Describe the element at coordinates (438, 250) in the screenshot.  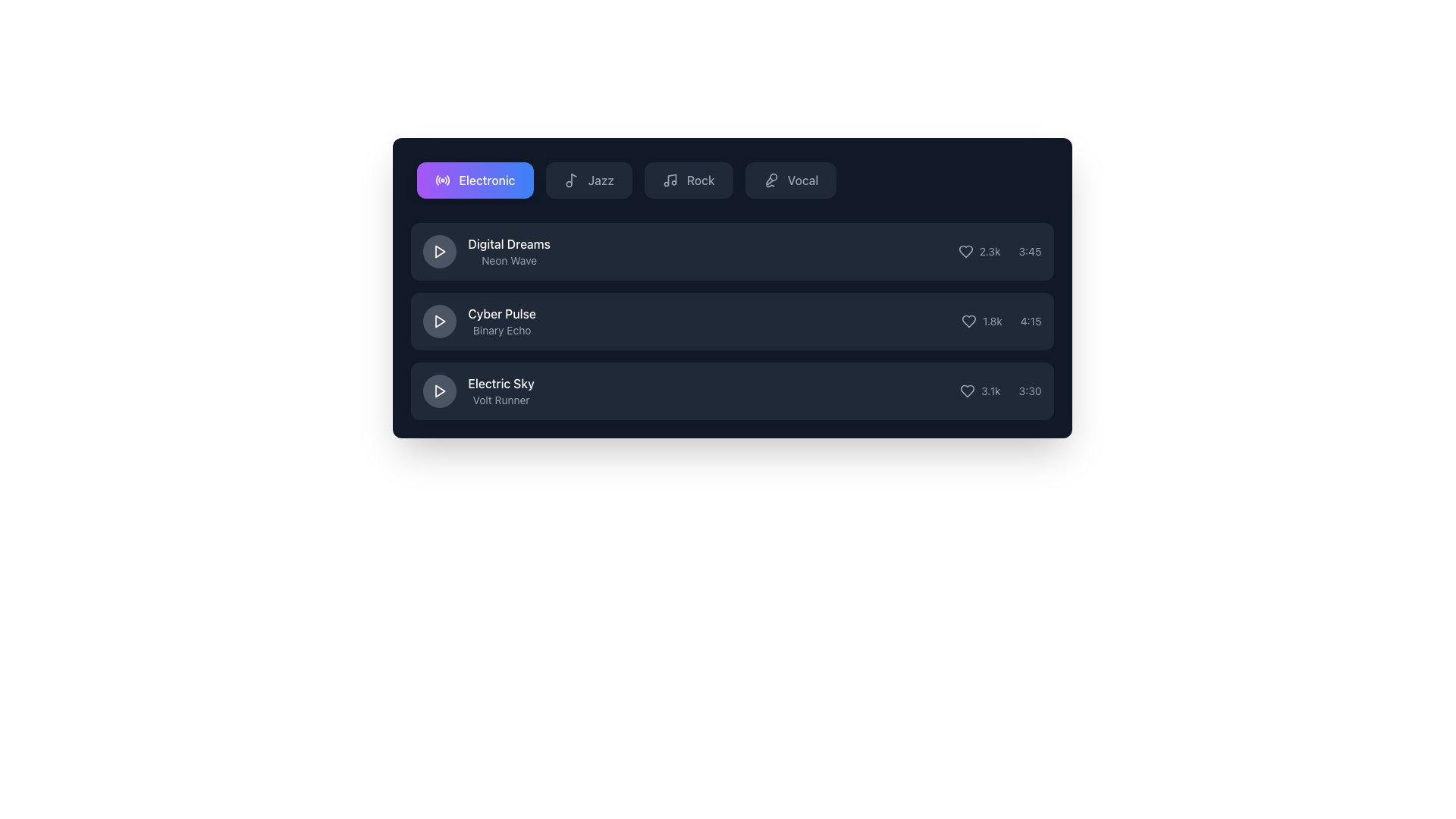
I see `the 'Play' button located on the left side of the first item titled 'Digital Dreams' in the 'Electronic' category` at that location.